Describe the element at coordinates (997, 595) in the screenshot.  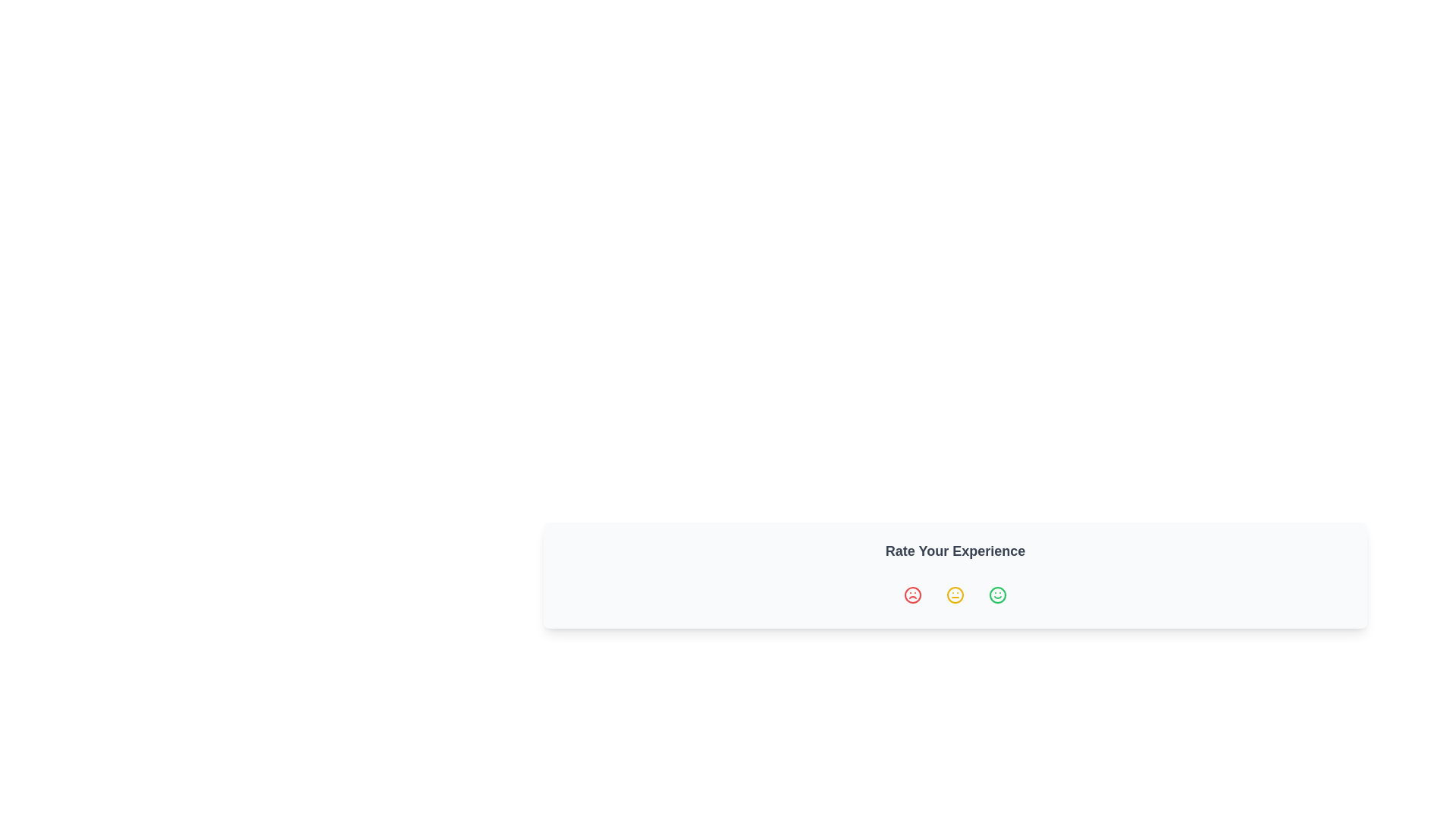
I see `the green circular icon representing a smiling face on the far right of the row of icons` at that location.